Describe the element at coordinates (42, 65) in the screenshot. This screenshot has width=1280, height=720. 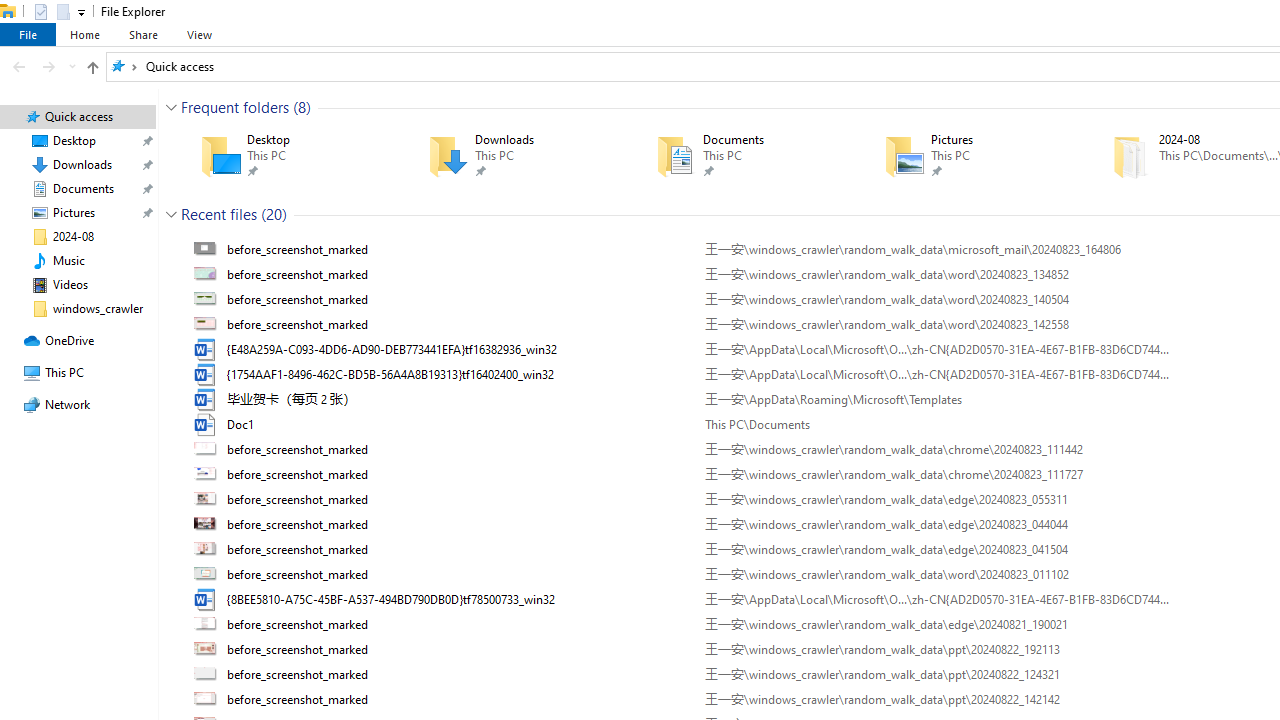
I see `'Navigation buttons'` at that location.